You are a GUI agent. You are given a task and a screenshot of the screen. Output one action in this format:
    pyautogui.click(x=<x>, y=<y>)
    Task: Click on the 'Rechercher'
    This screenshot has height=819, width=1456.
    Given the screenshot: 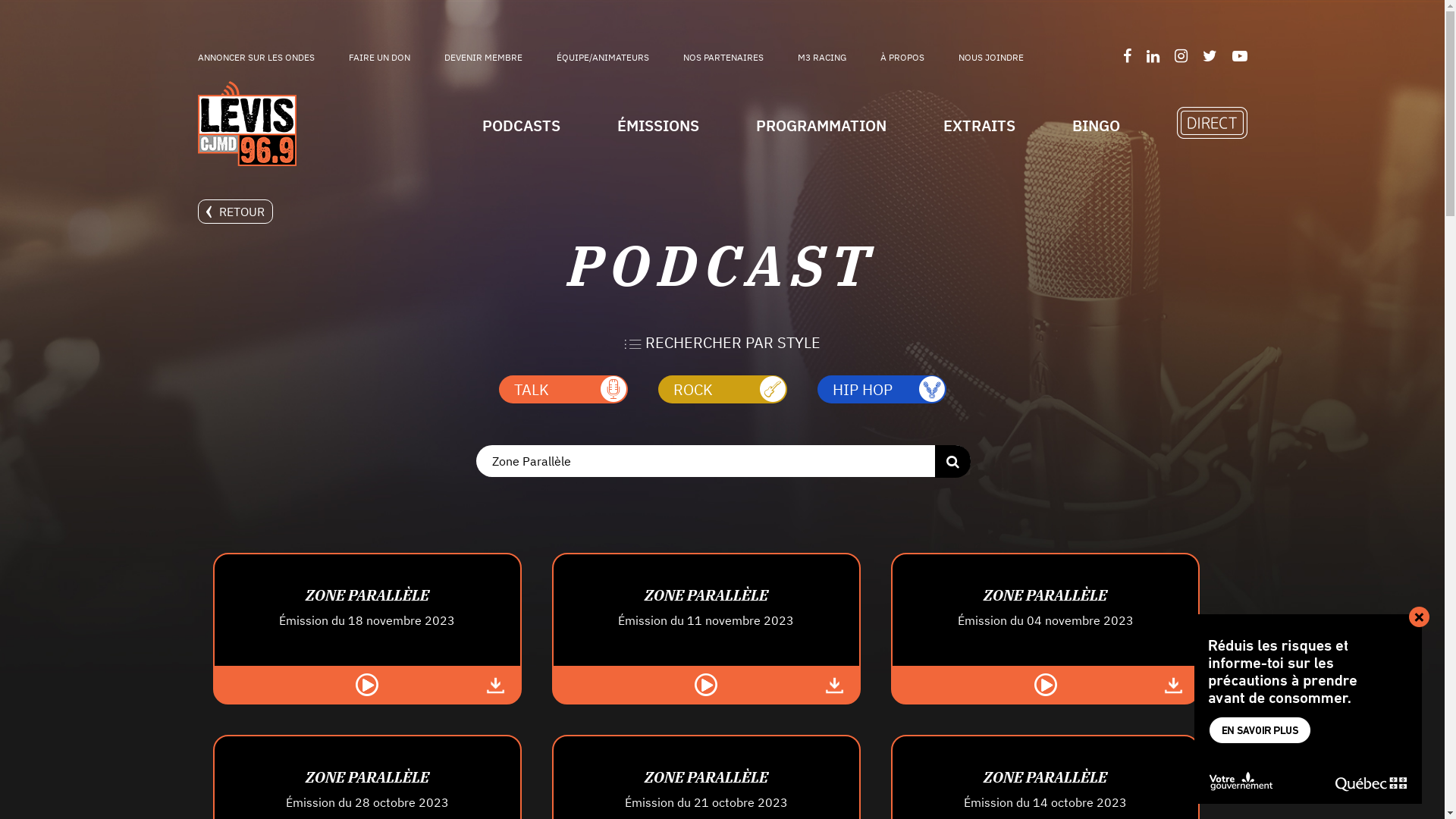 What is the action you would take?
    pyautogui.click(x=951, y=460)
    